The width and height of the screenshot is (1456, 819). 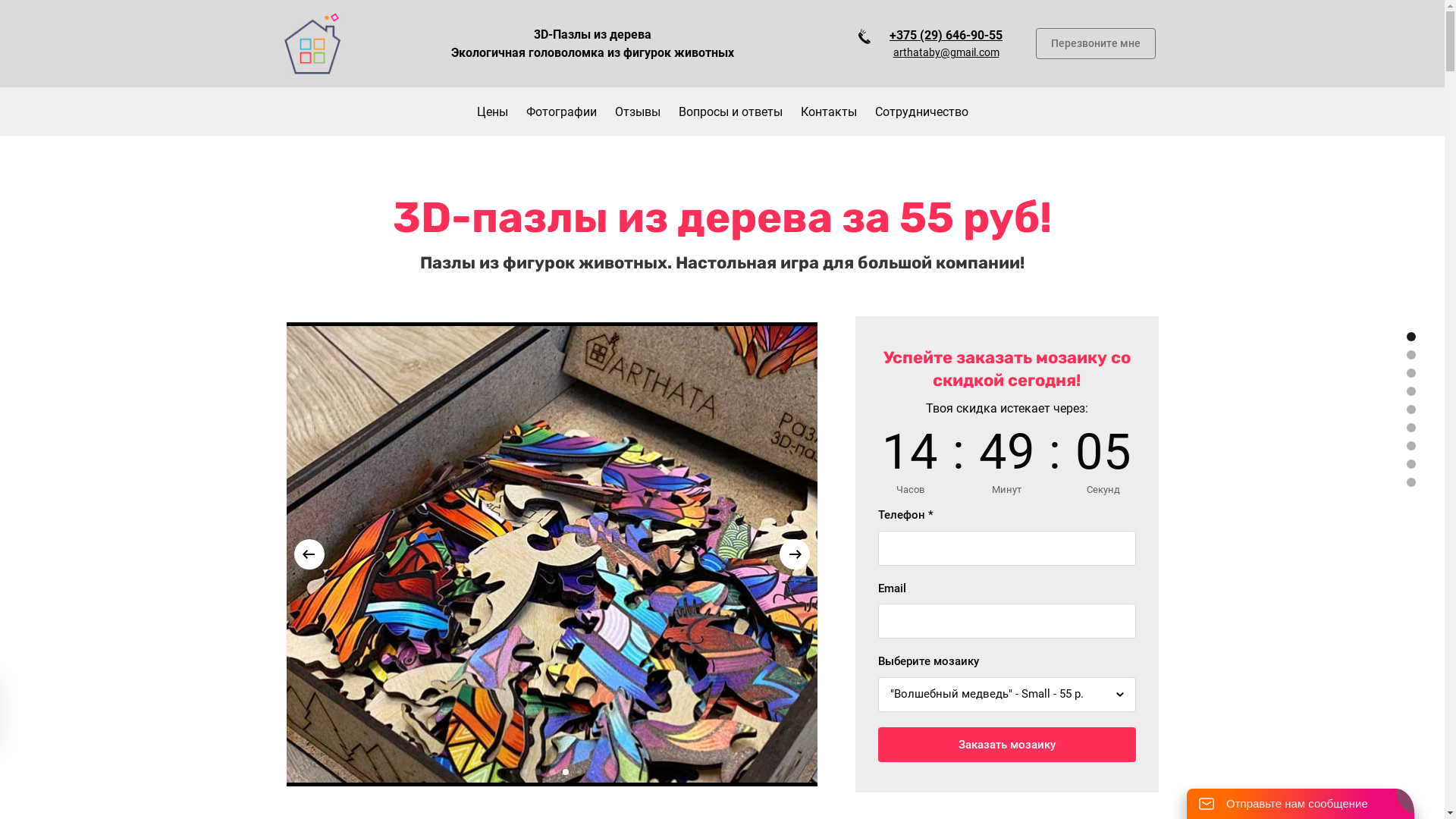 I want to click on 'arthataby@gmail.com', so click(x=893, y=52).